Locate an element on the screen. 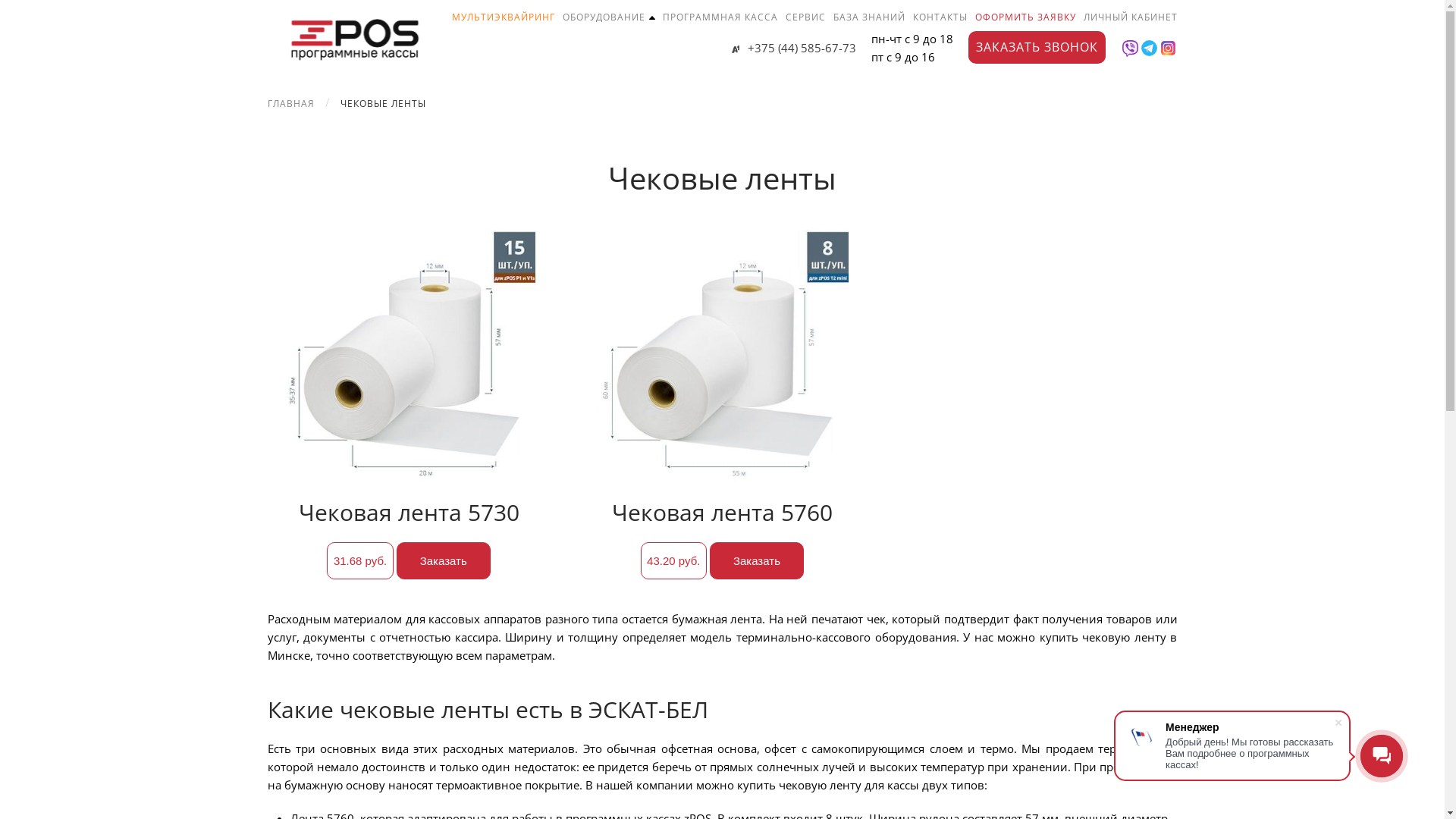  '+375 (44) 585-67-73' is located at coordinates (731, 46).